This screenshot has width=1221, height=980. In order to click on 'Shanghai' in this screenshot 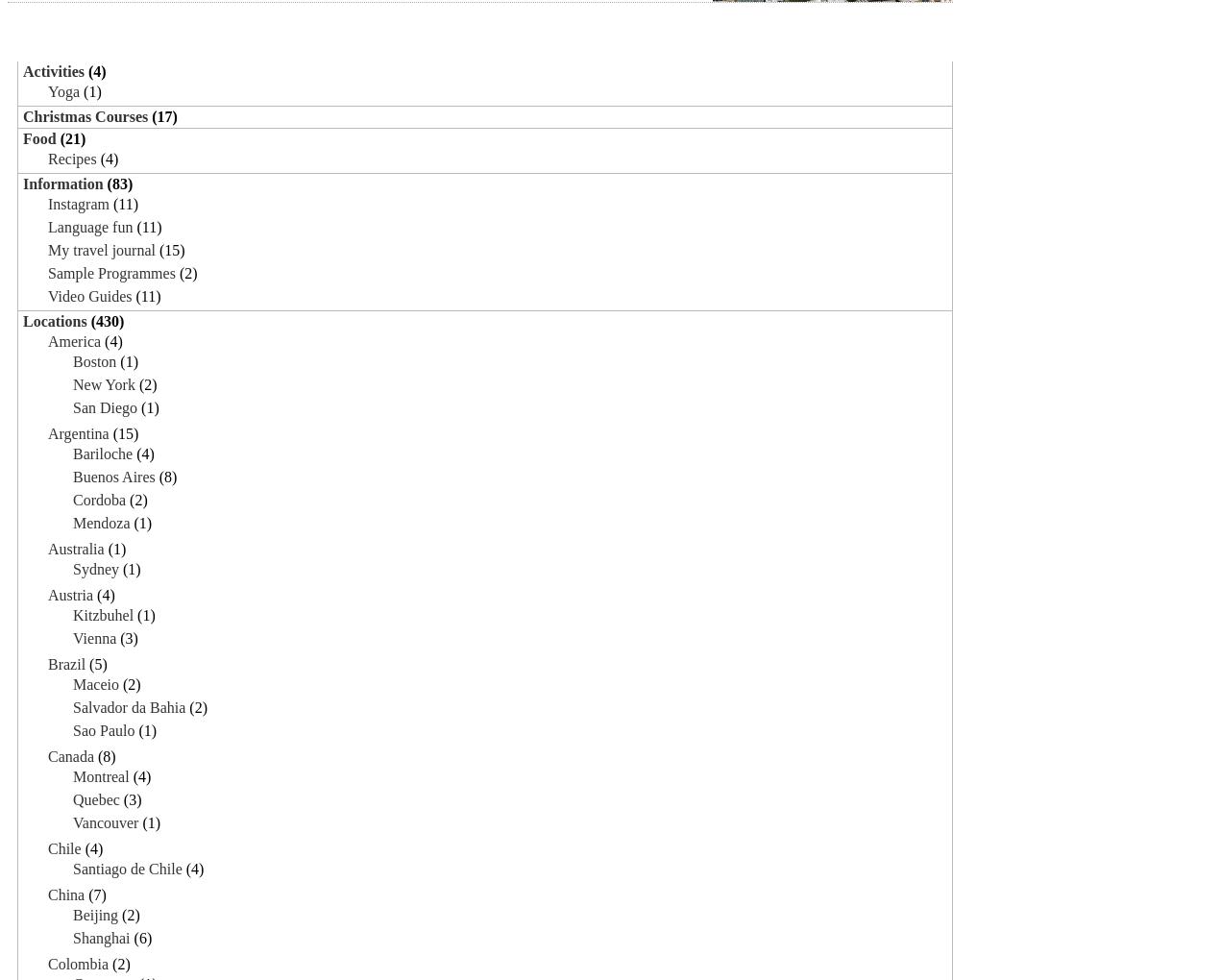, I will do `click(101, 936)`.